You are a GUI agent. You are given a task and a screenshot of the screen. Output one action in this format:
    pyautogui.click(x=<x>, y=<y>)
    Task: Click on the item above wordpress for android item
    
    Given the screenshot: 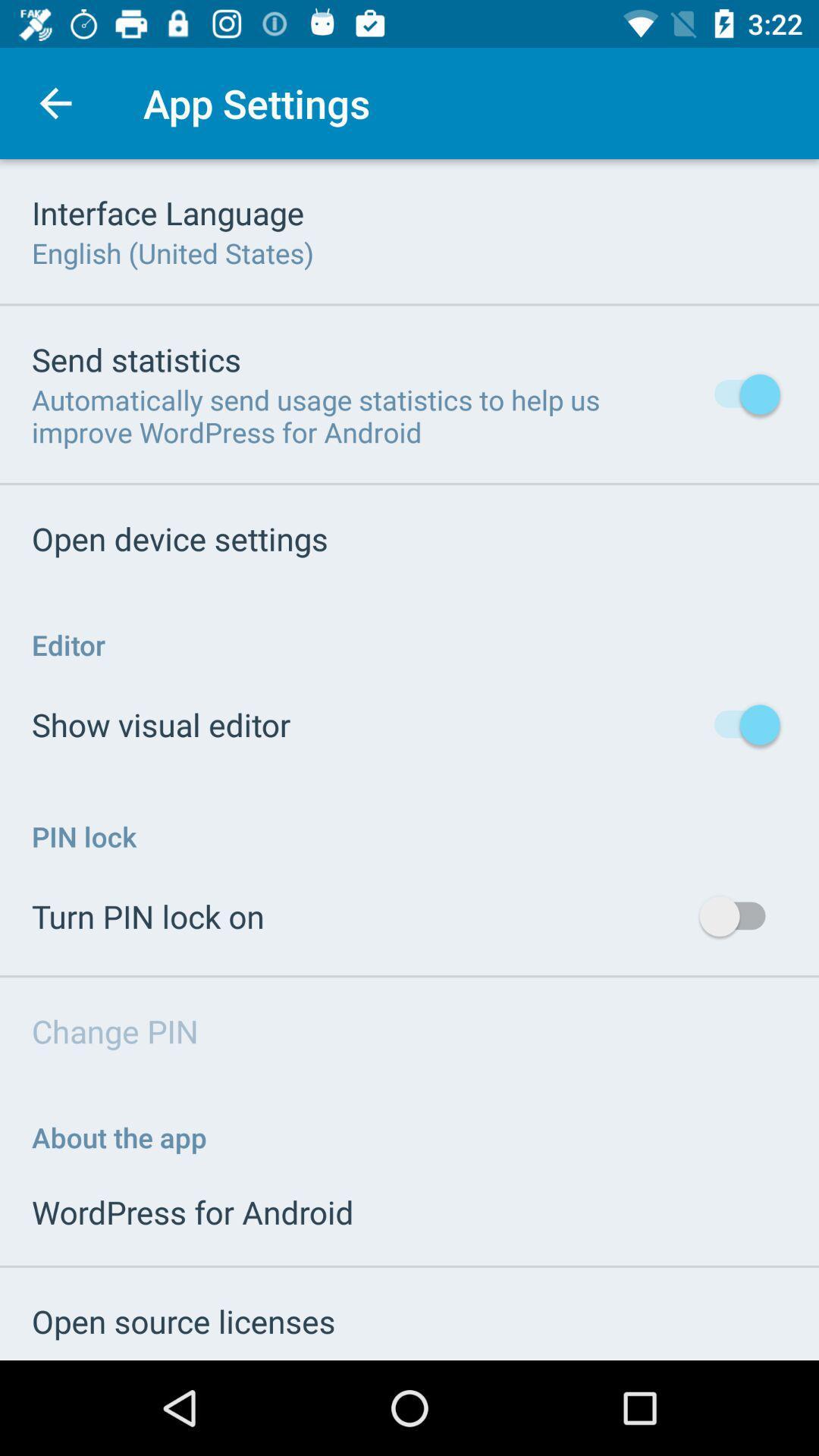 What is the action you would take?
    pyautogui.click(x=118, y=1137)
    